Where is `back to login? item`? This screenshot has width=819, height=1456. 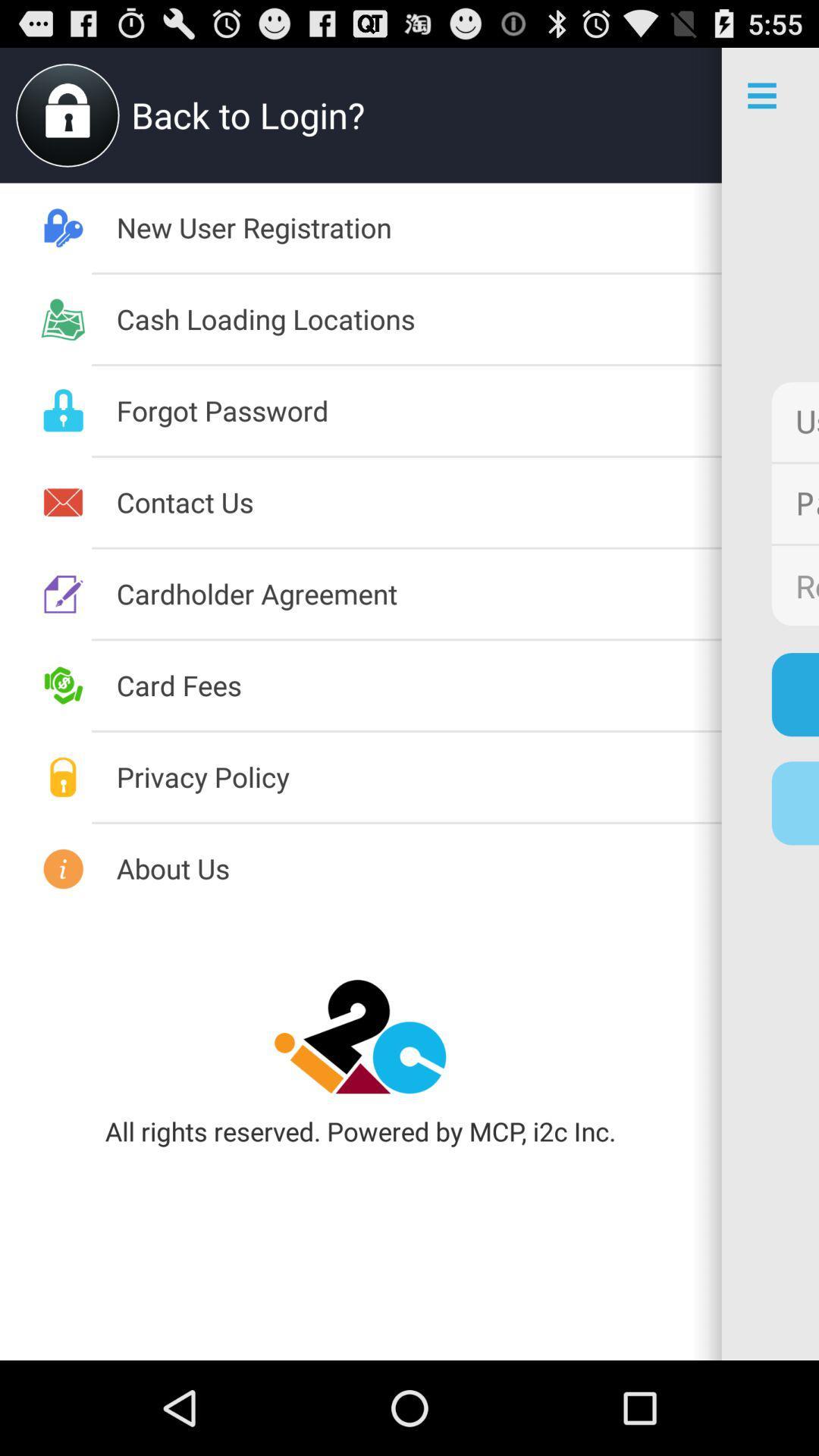
back to login? item is located at coordinates (400, 114).